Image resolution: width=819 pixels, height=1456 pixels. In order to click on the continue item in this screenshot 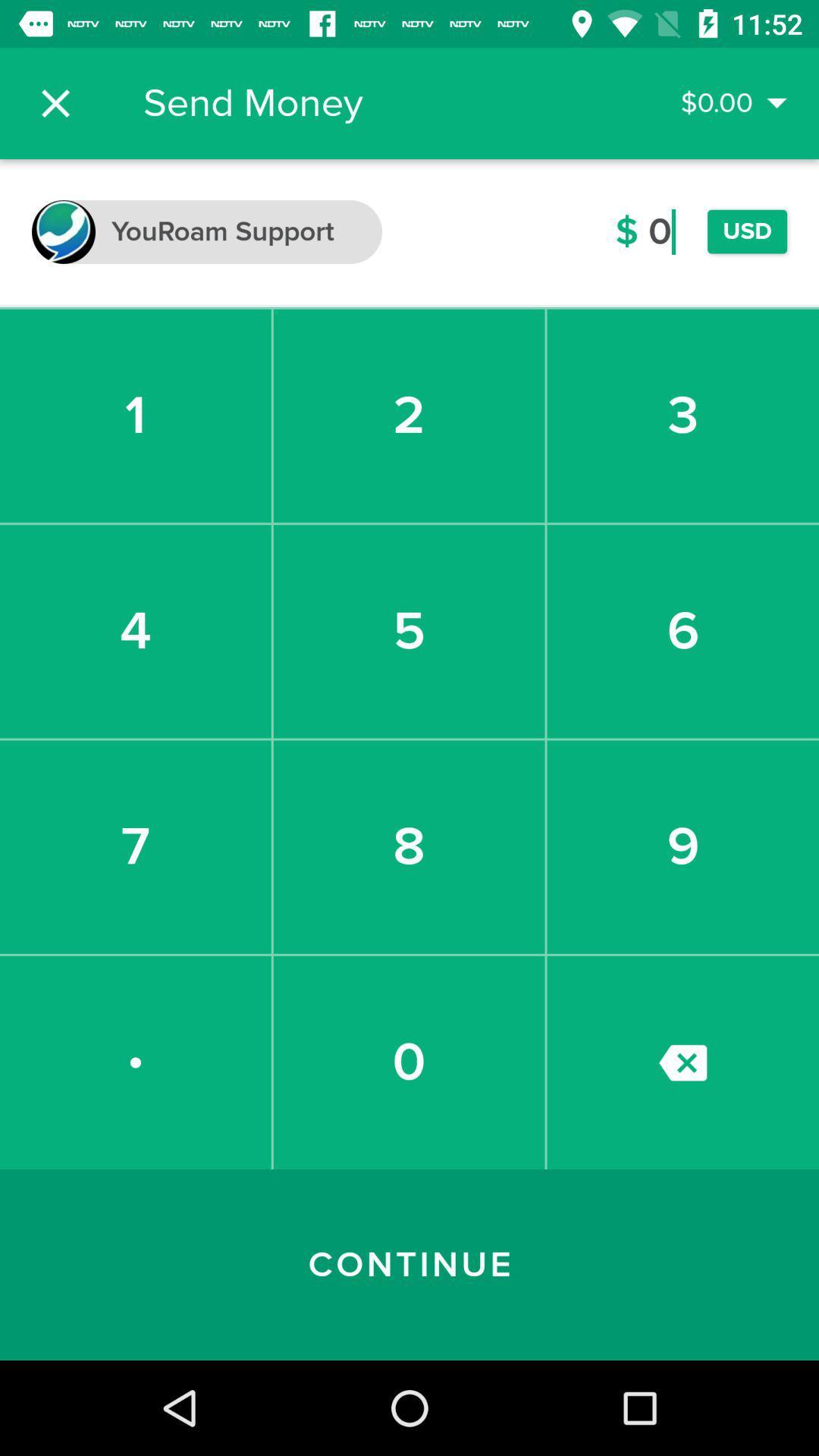, I will do `click(409, 1265)`.